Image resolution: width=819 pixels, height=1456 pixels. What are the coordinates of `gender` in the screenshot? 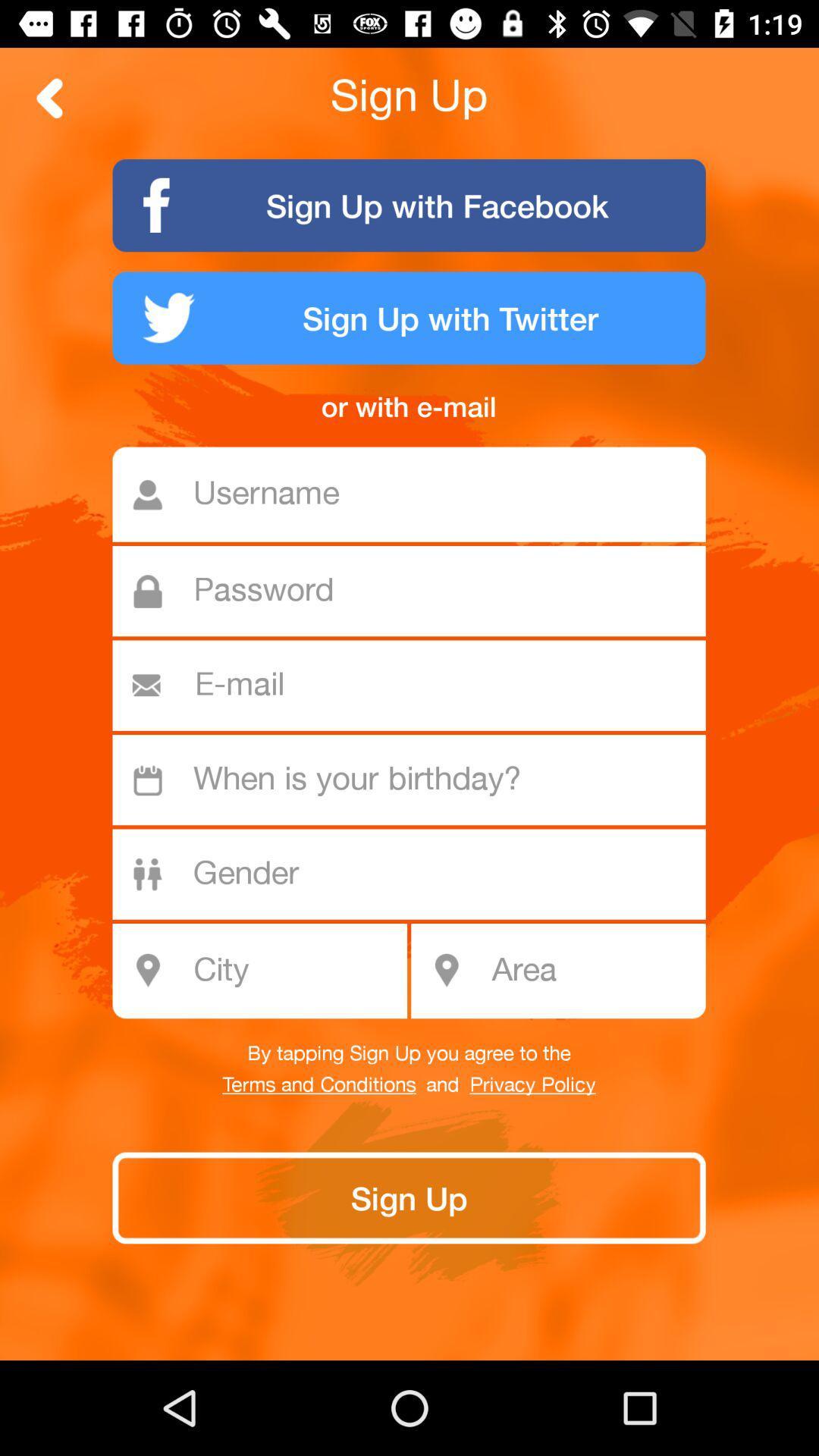 It's located at (417, 874).